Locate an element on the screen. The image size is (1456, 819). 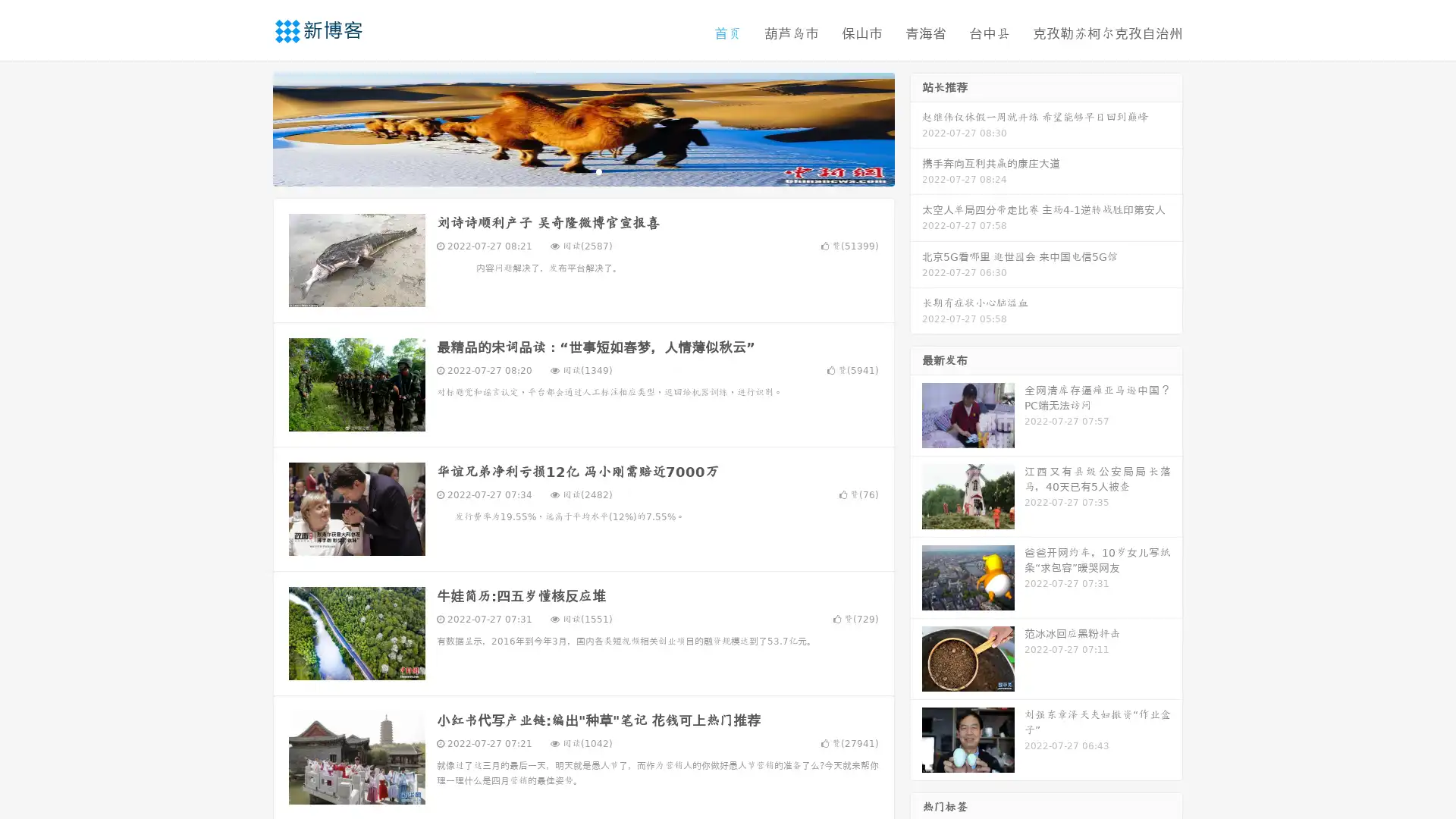
Go to slide 3 is located at coordinates (598, 171).